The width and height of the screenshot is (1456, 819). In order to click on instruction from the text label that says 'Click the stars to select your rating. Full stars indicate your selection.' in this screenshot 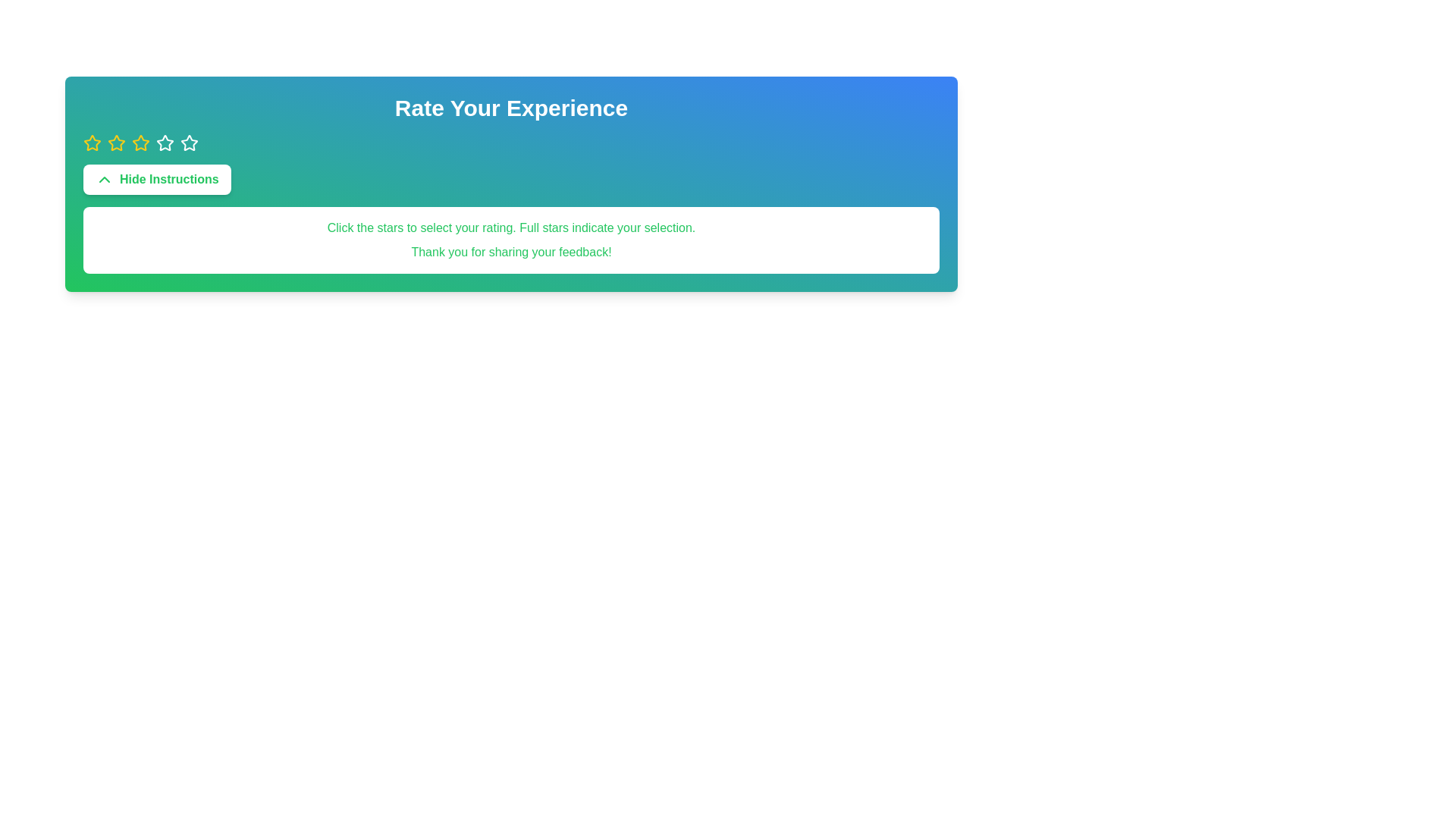, I will do `click(511, 227)`.